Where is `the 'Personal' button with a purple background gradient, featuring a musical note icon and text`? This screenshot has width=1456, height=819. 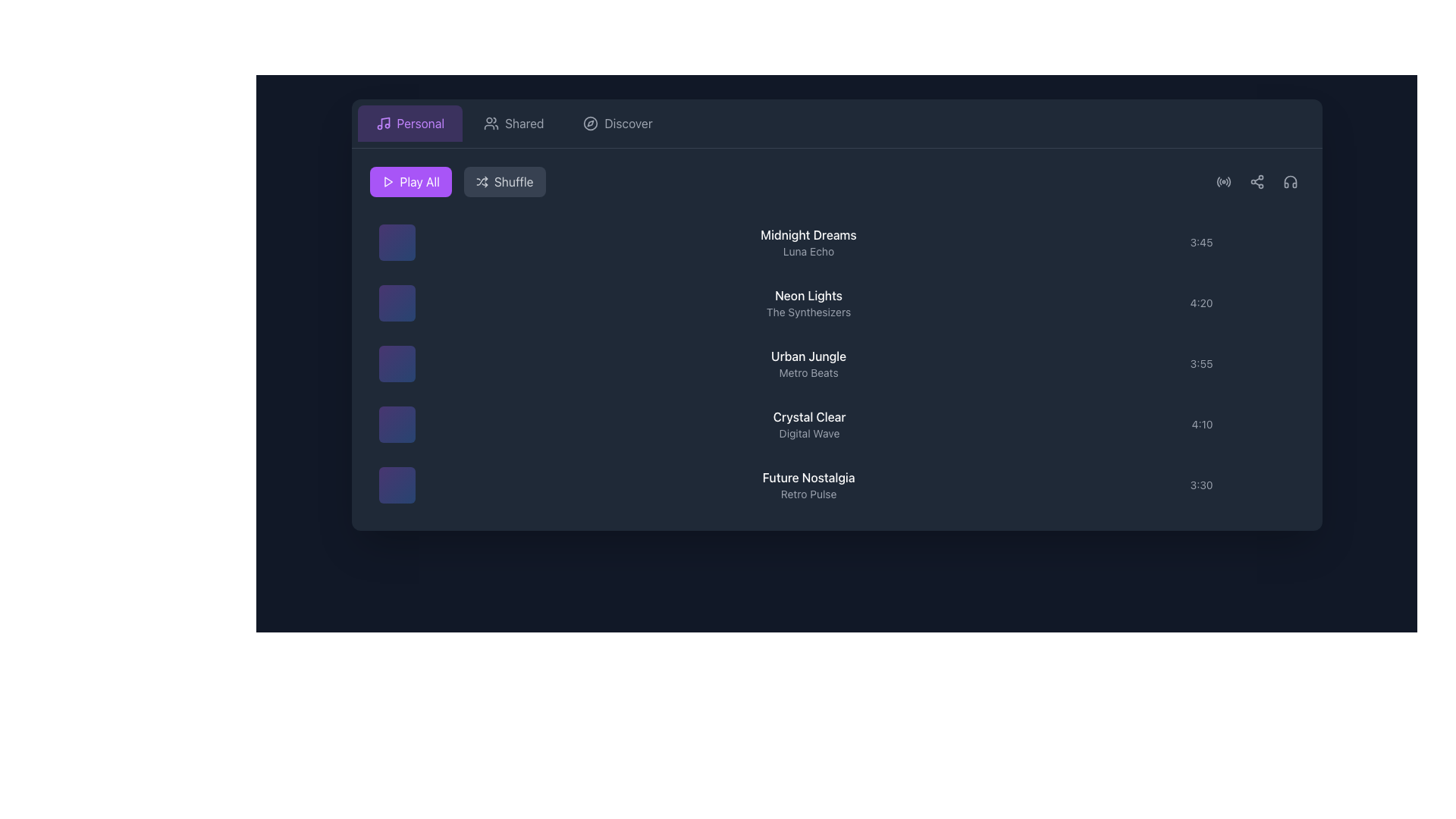 the 'Personal' button with a purple background gradient, featuring a musical note icon and text is located at coordinates (409, 122).